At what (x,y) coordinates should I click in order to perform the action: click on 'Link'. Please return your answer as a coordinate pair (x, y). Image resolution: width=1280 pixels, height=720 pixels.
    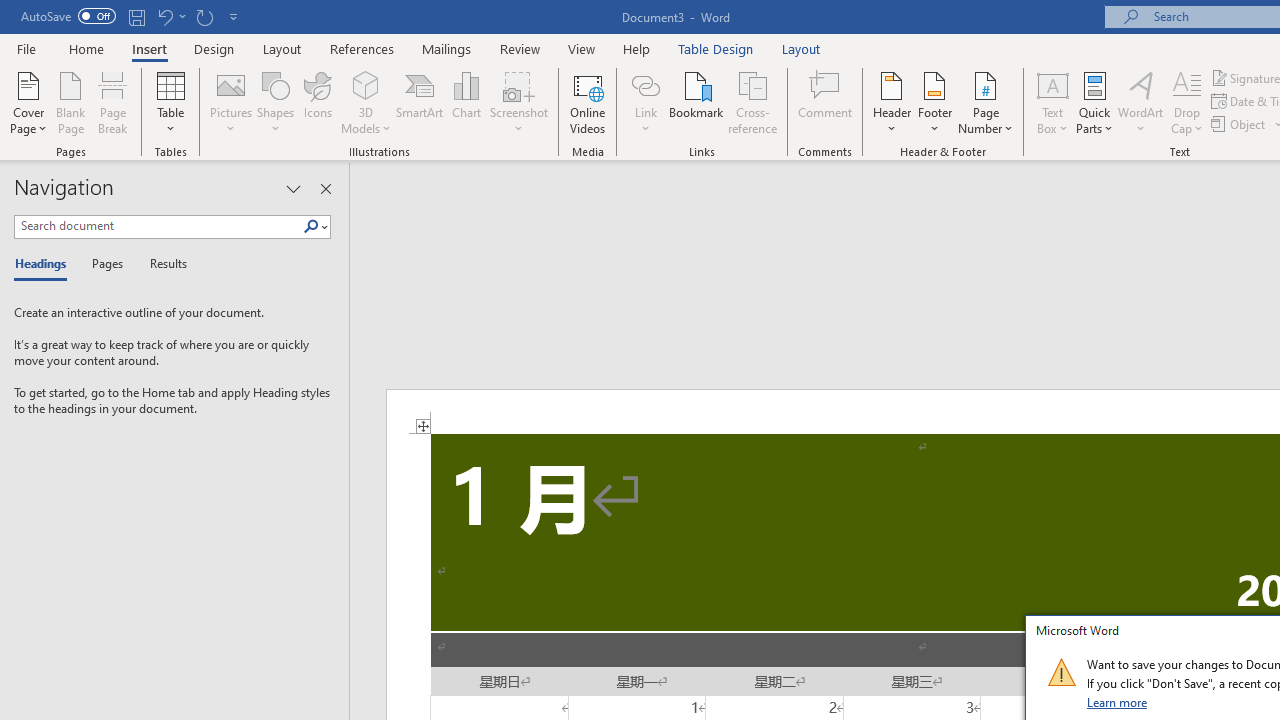
    Looking at the image, I should click on (645, 84).